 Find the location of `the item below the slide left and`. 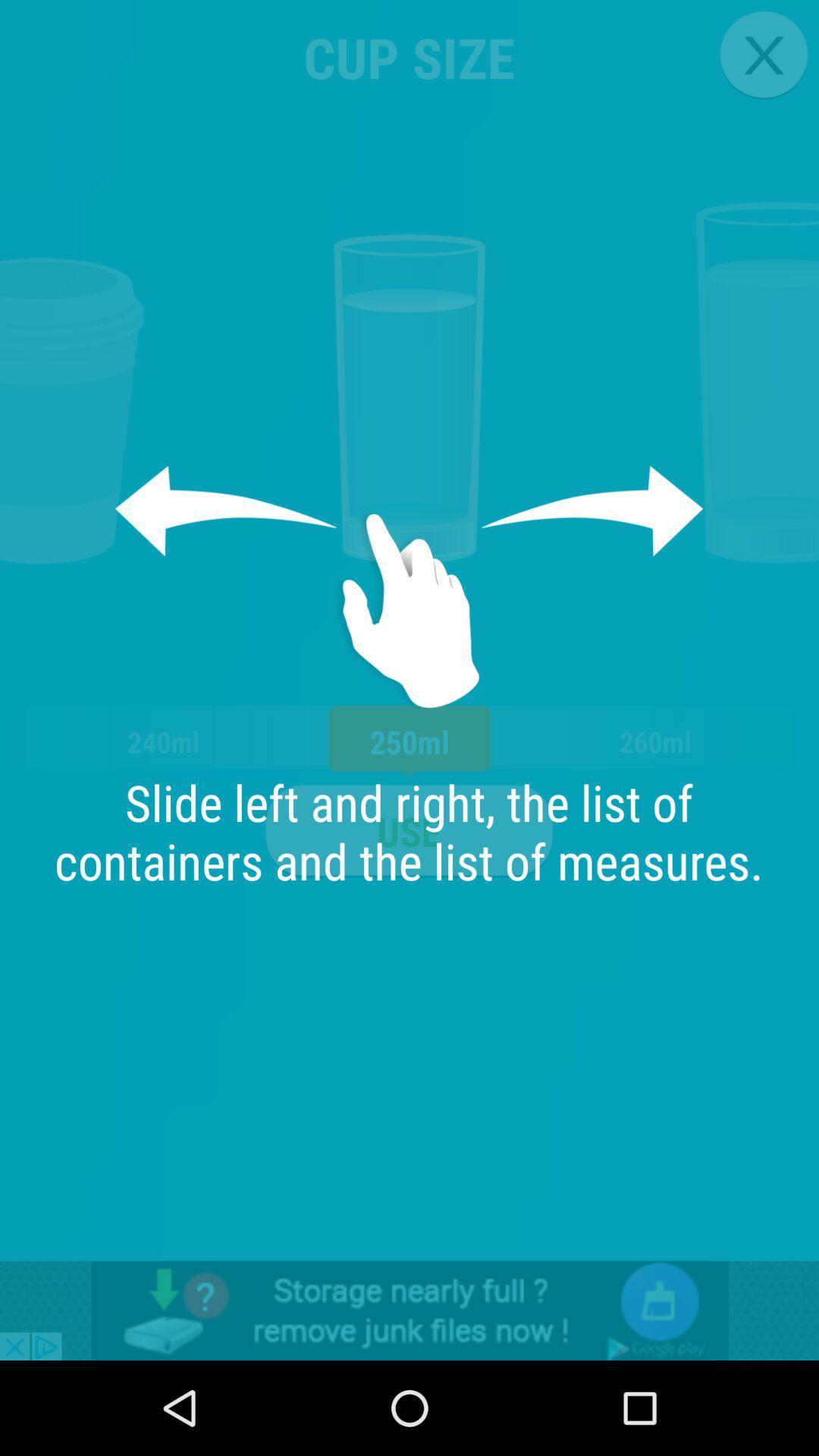

the item below the slide left and is located at coordinates (409, 1310).